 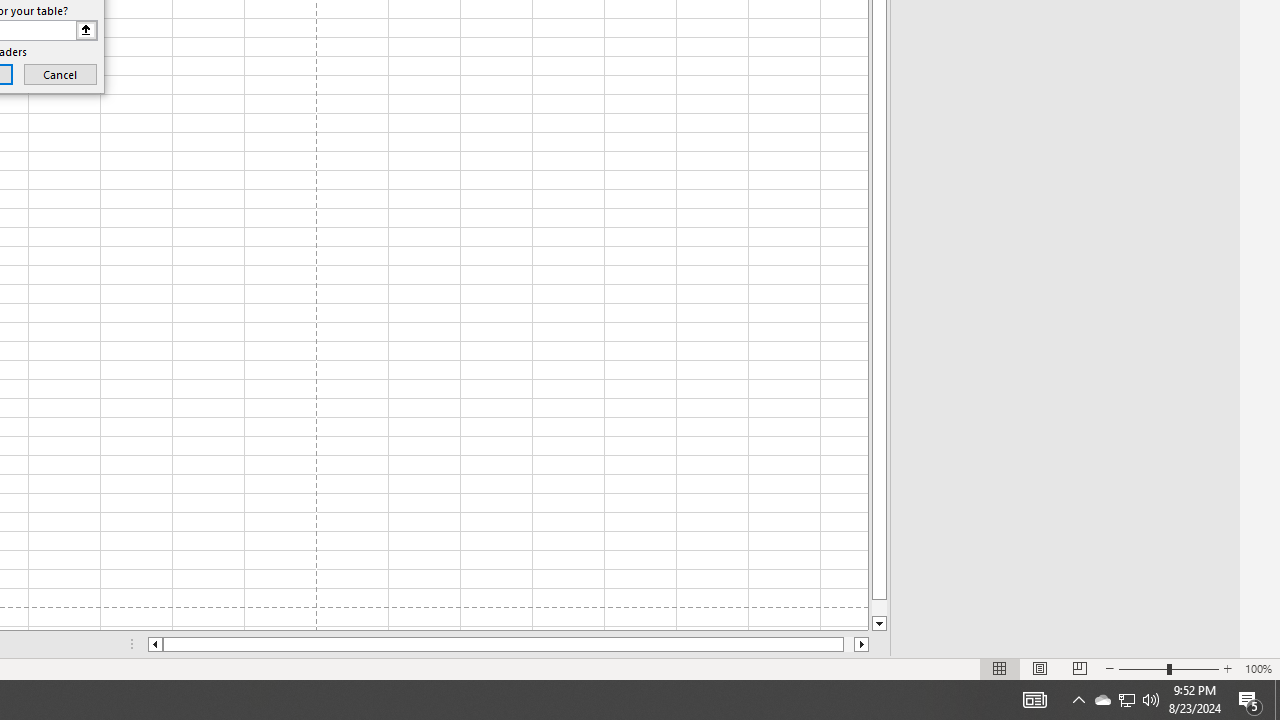 What do you see at coordinates (1226, 669) in the screenshot?
I see `'Zoom In'` at bounding box center [1226, 669].